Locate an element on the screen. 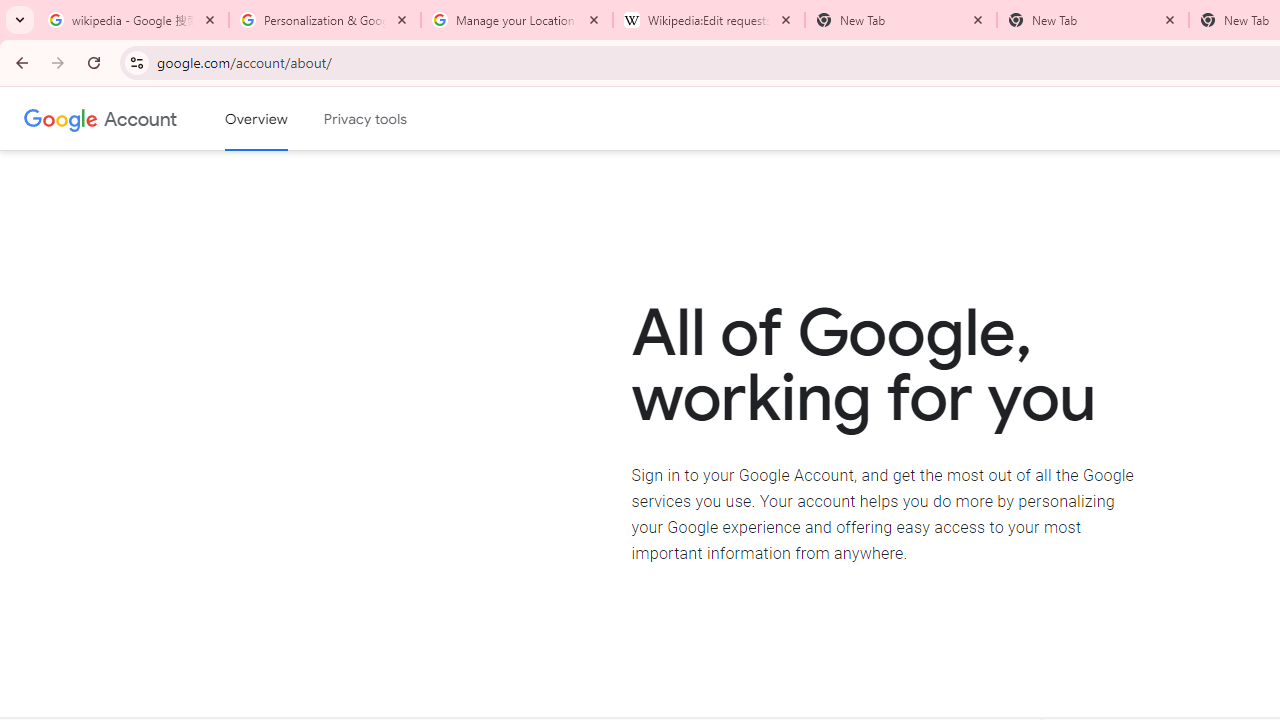 This screenshot has width=1280, height=720. 'Personalization & Google Search results - Google Search Help' is located at coordinates (325, 20).